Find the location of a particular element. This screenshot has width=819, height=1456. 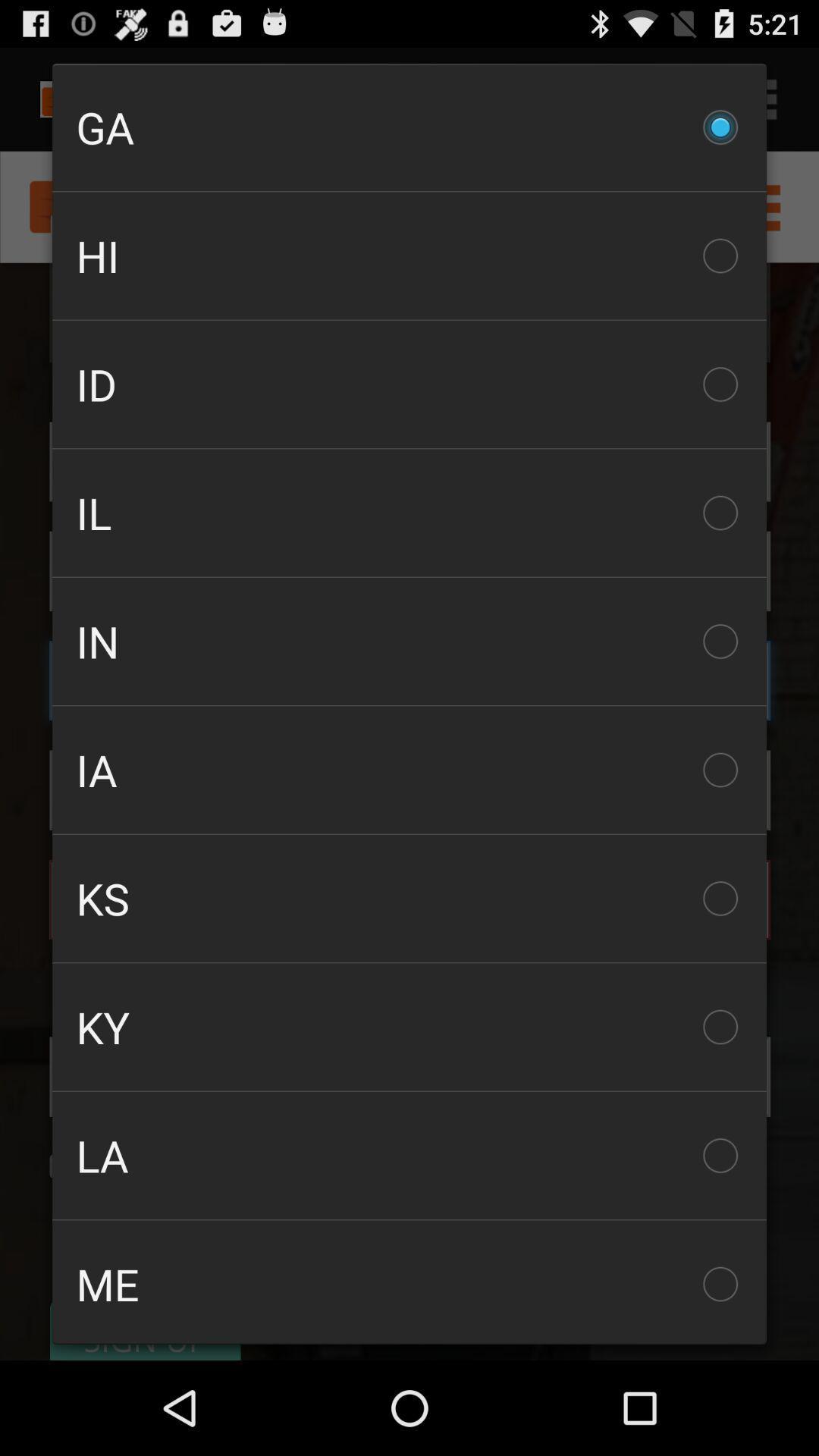

checkbox above the il icon is located at coordinates (409, 384).